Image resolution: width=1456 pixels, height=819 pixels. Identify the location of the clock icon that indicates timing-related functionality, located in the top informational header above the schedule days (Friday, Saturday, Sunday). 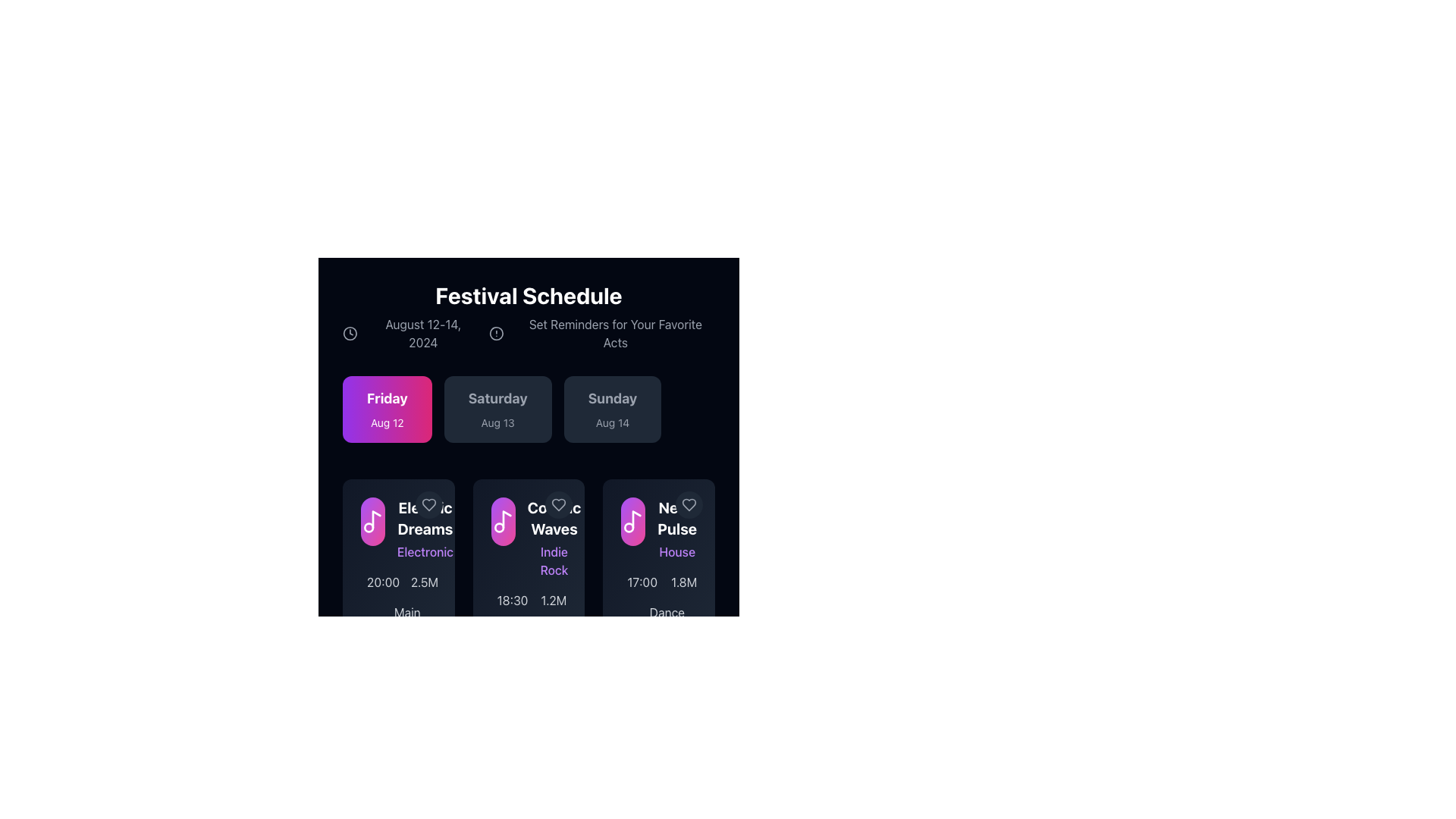
(349, 332).